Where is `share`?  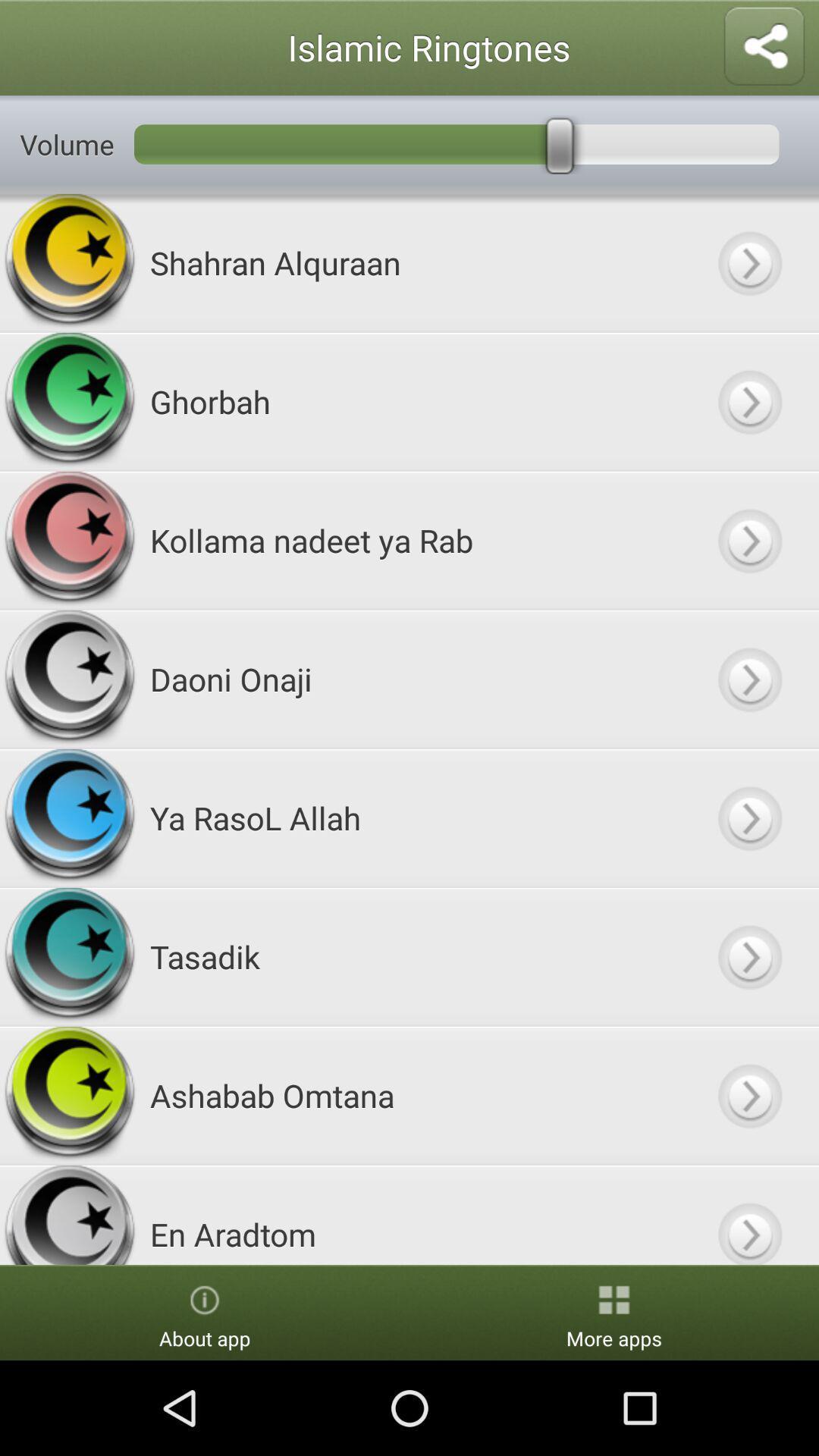 share is located at coordinates (764, 47).